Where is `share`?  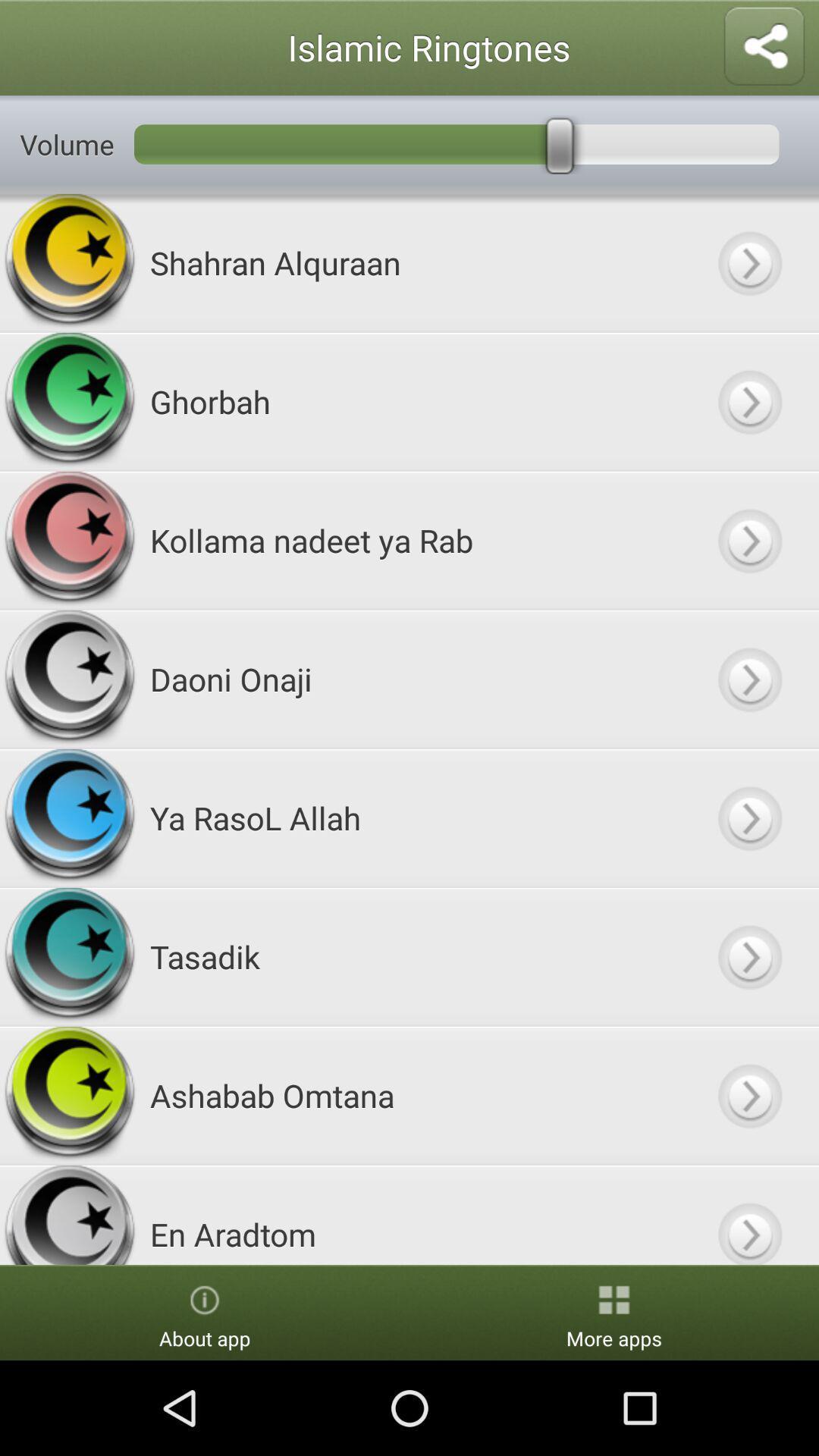 share is located at coordinates (764, 47).